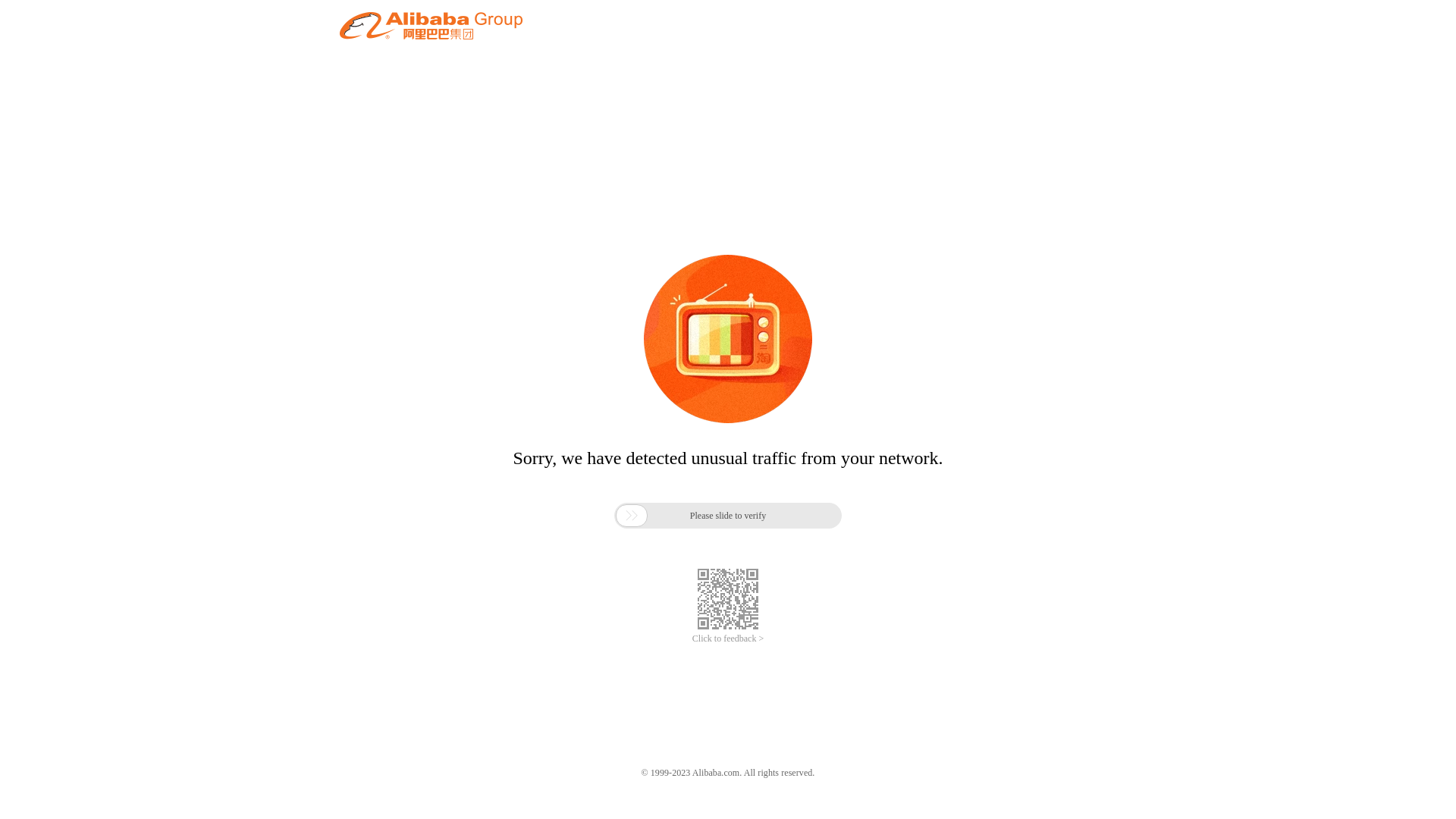 Image resolution: width=1456 pixels, height=819 pixels. Describe the element at coordinates (728, 639) in the screenshot. I see `'Click to feedback >'` at that location.